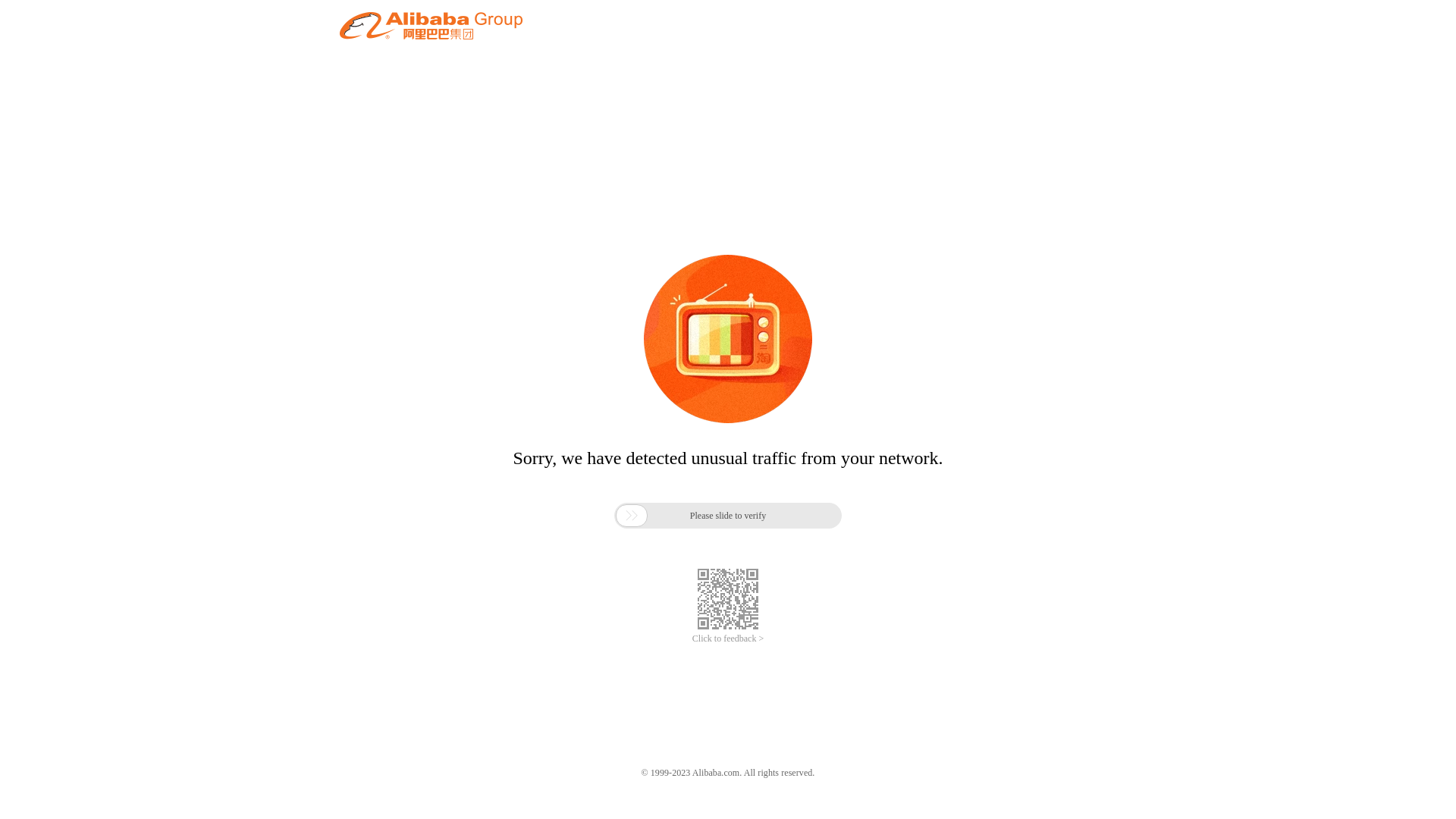 Image resolution: width=1456 pixels, height=819 pixels. Describe the element at coordinates (728, 639) in the screenshot. I see `'Click to feedback >'` at that location.